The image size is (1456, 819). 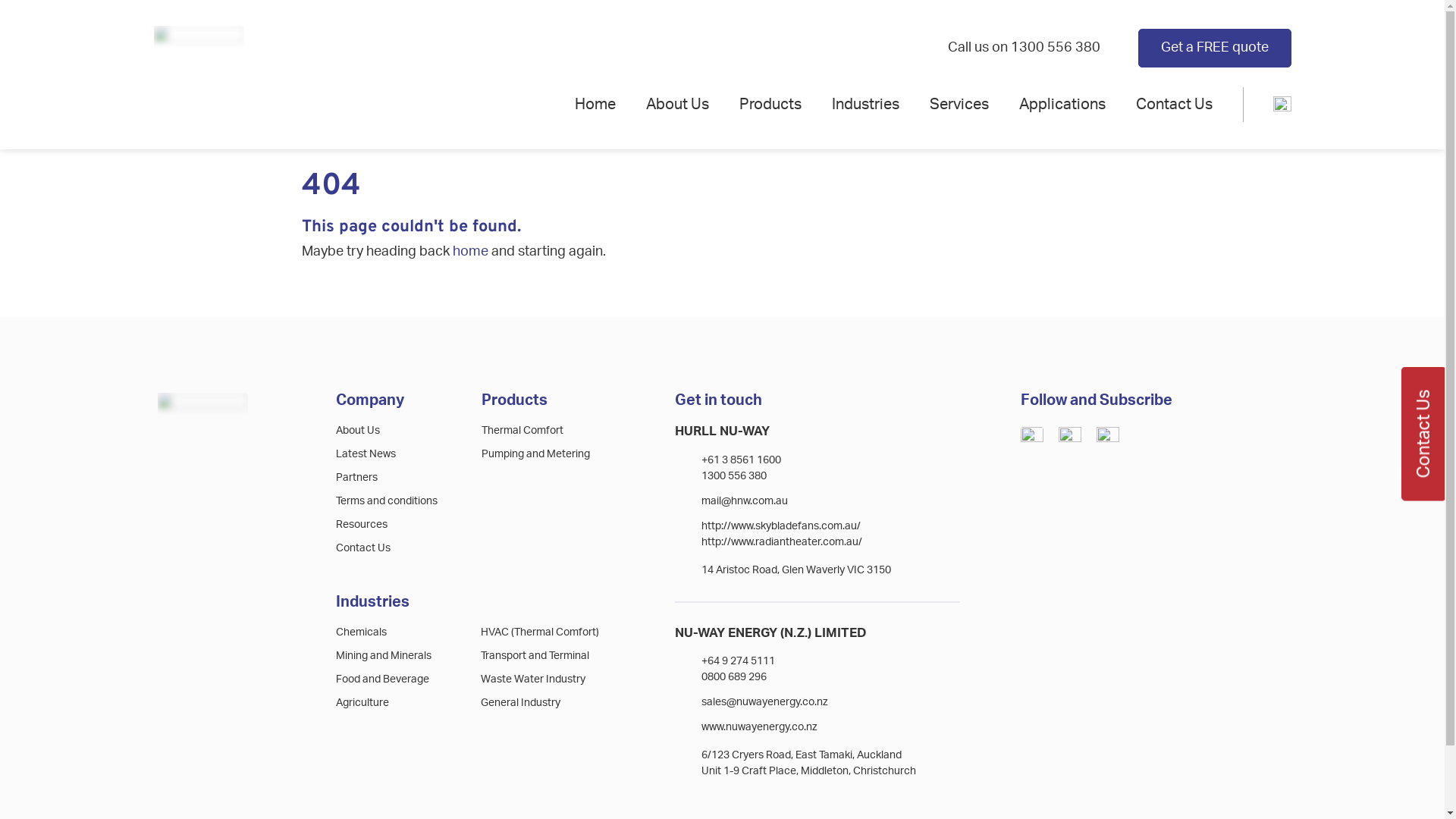 What do you see at coordinates (1214, 46) in the screenshot?
I see `'Get a FREE quote'` at bounding box center [1214, 46].